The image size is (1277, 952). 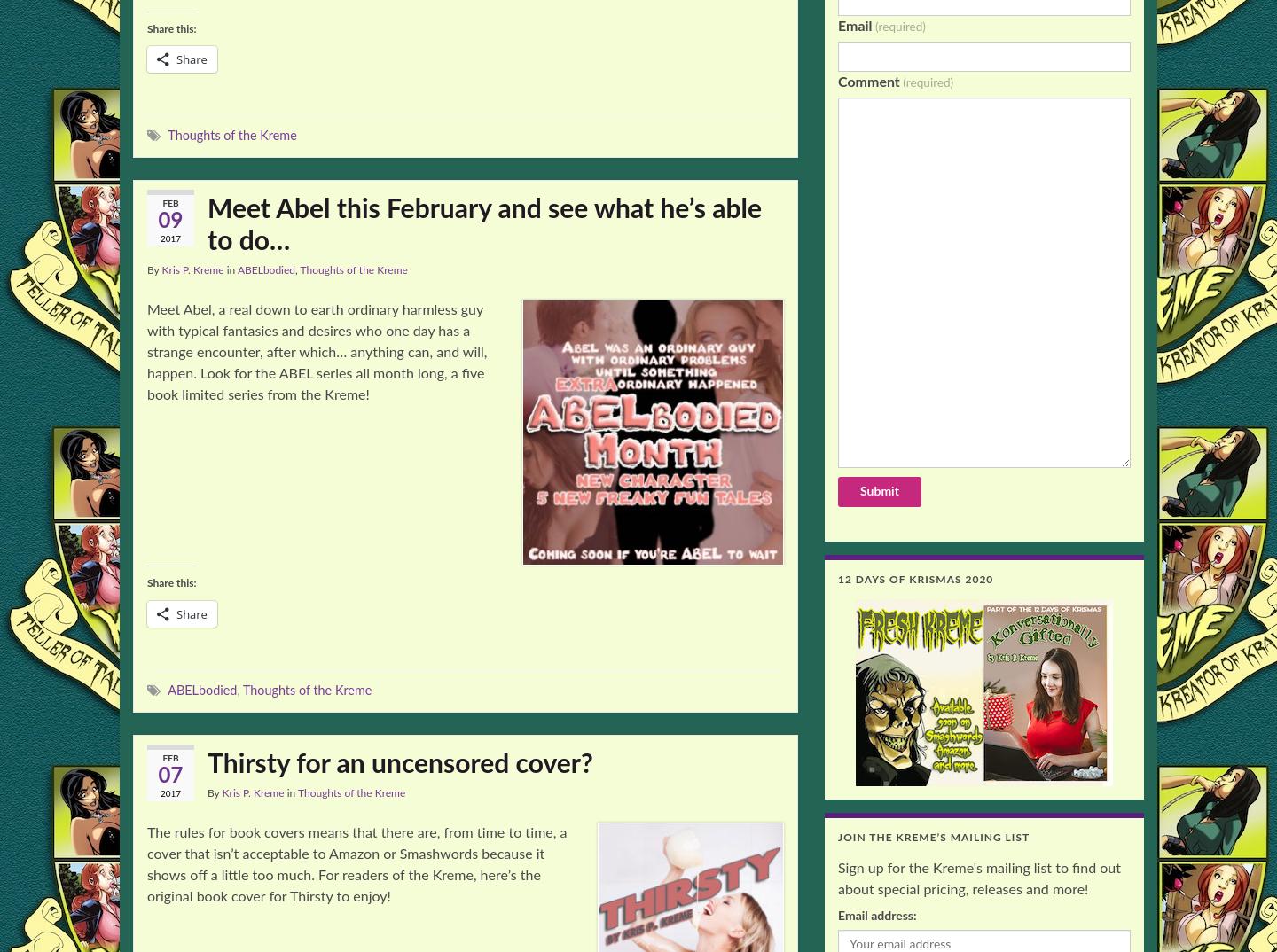 What do you see at coordinates (484, 224) in the screenshot?
I see `'Meet Abel this February and see what he’s able to do…'` at bounding box center [484, 224].